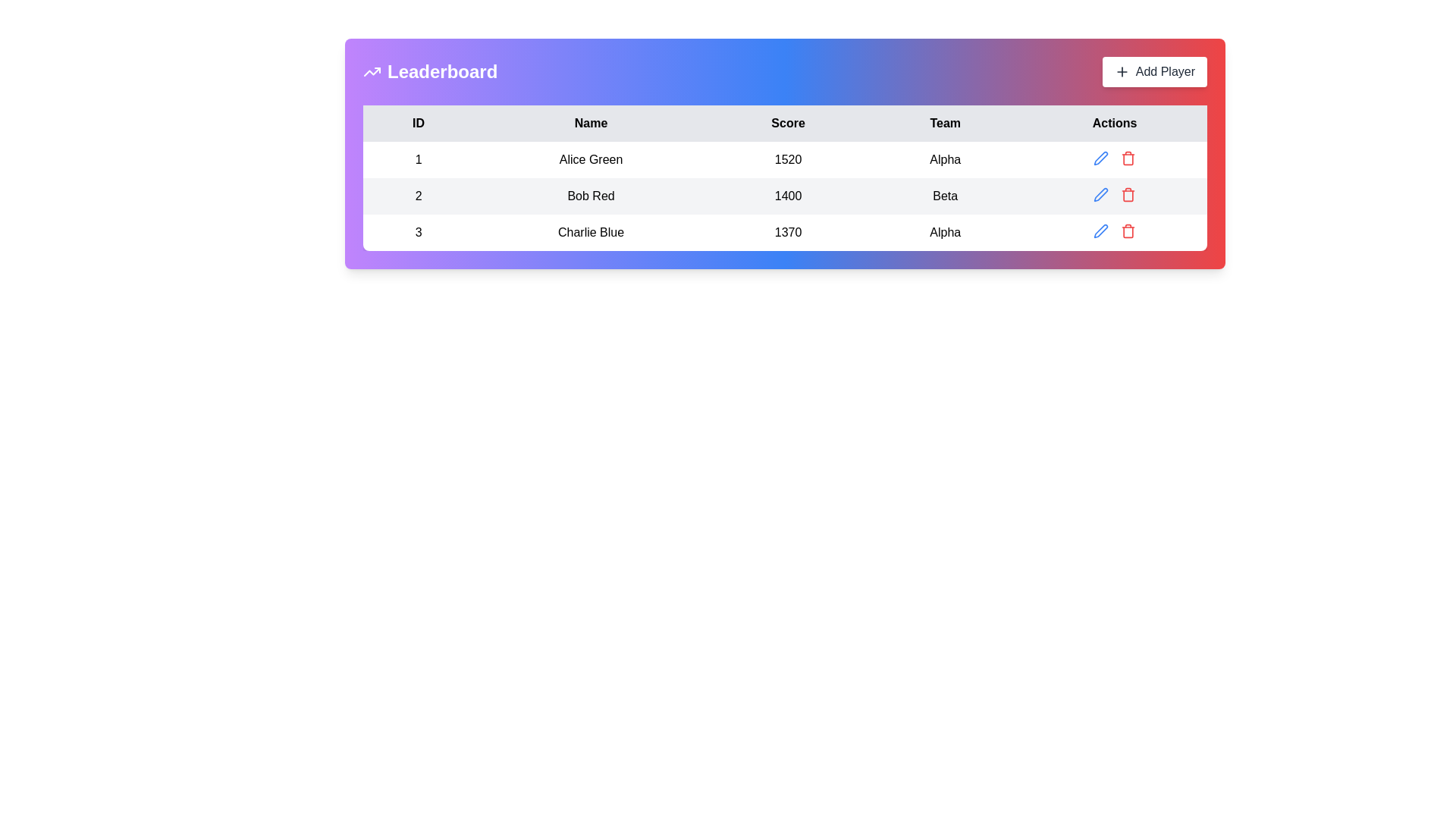 This screenshot has height=819, width=1456. I want to click on the edit button located in the 'Actions' column of the second row in the leaderboard table to change its color, so click(1101, 194).